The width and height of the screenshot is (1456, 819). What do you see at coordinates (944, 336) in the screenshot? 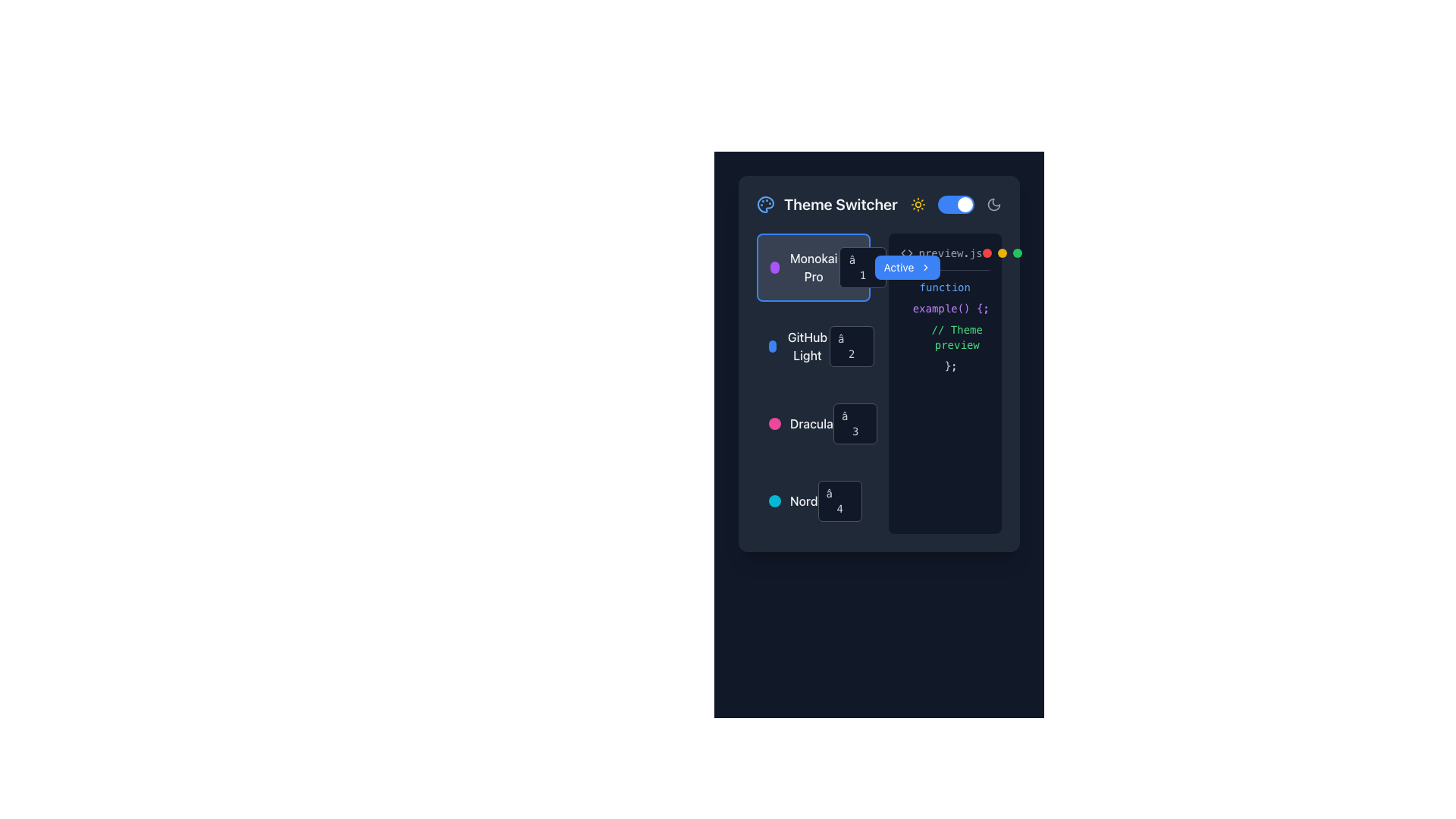
I see `the green code comment text within the 'preview.js' code block for copying` at bounding box center [944, 336].